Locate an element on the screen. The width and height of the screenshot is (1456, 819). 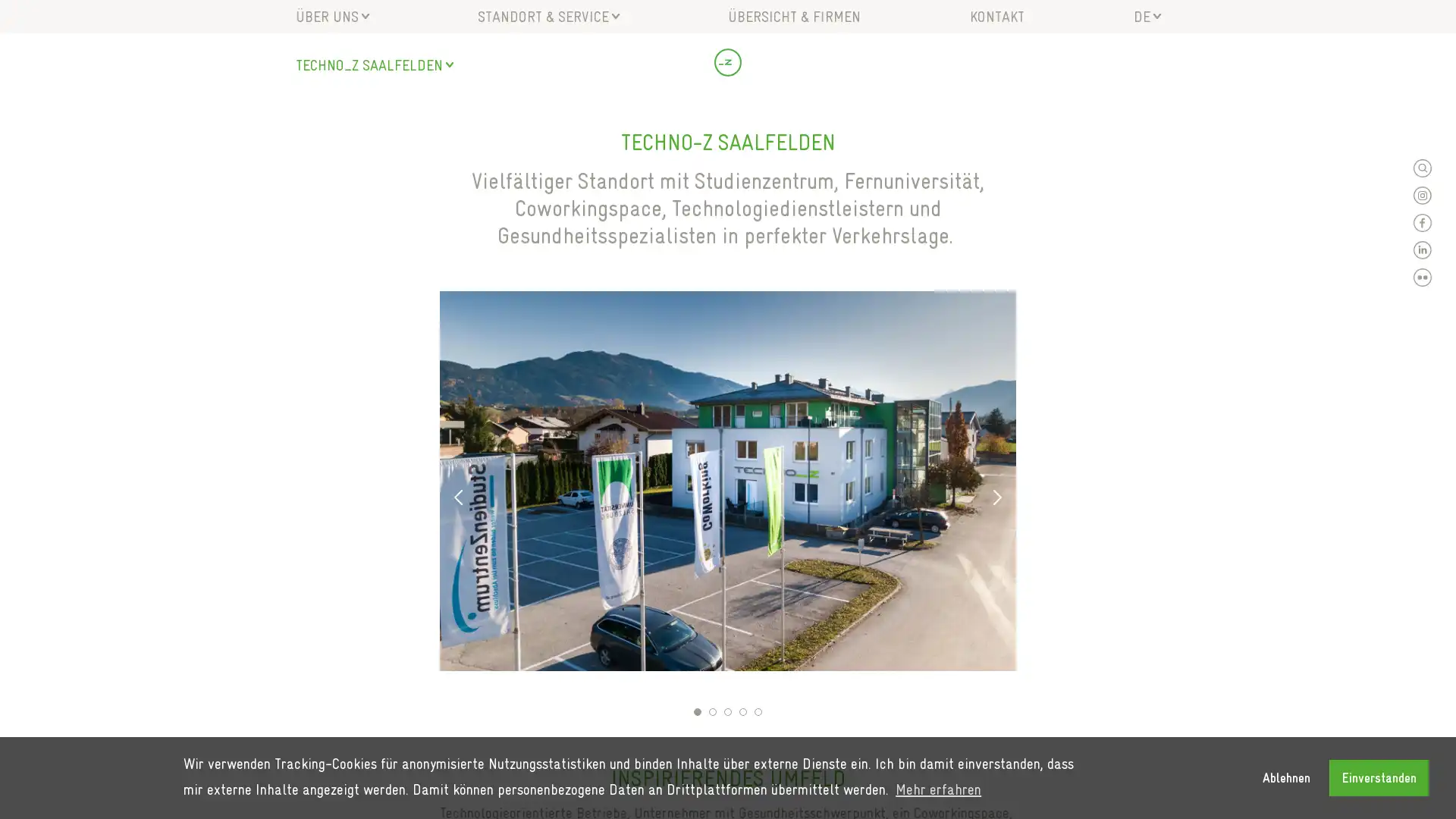
deny cookies is located at coordinates (1285, 777).